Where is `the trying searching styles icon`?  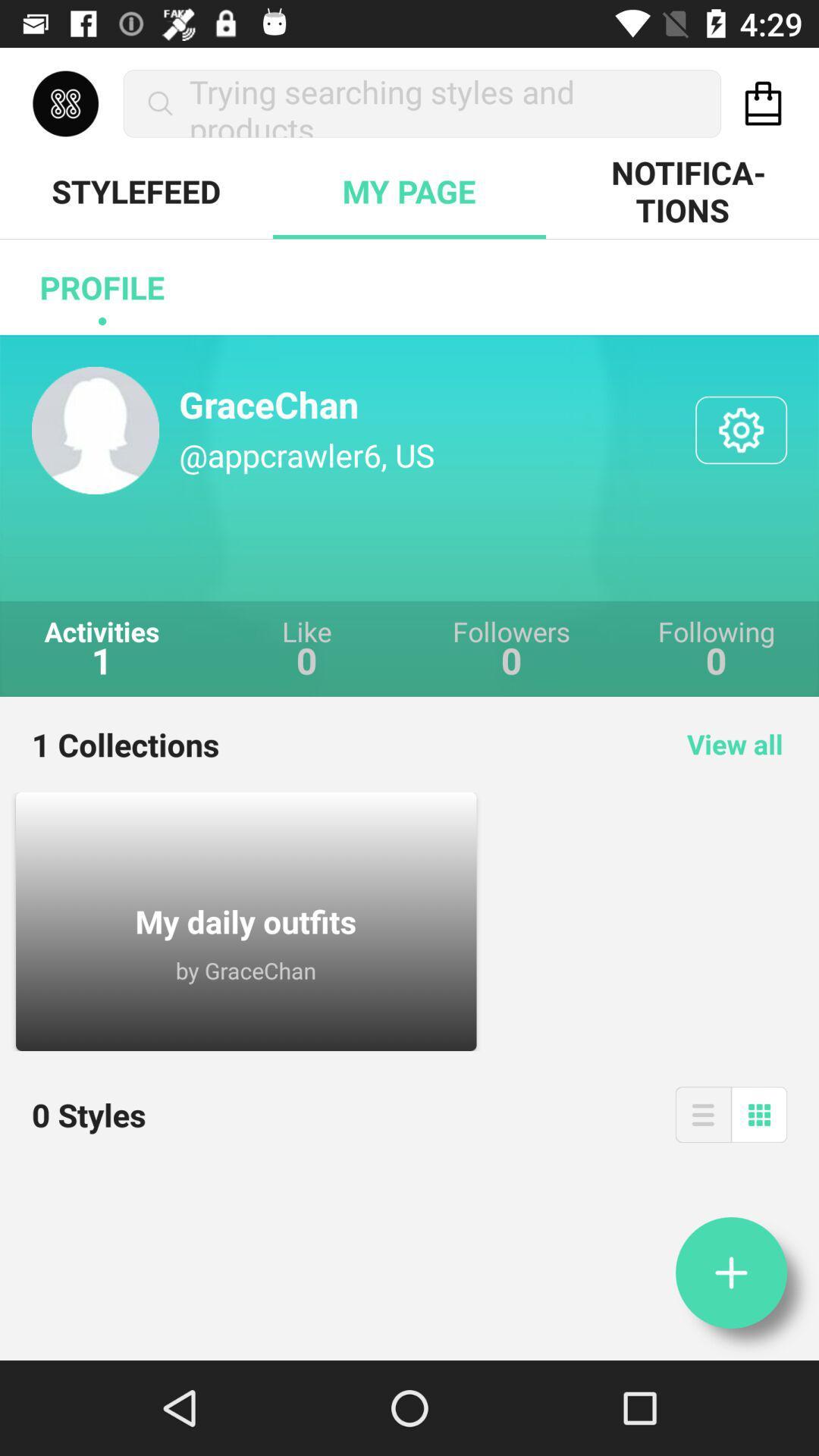 the trying searching styles icon is located at coordinates (422, 102).